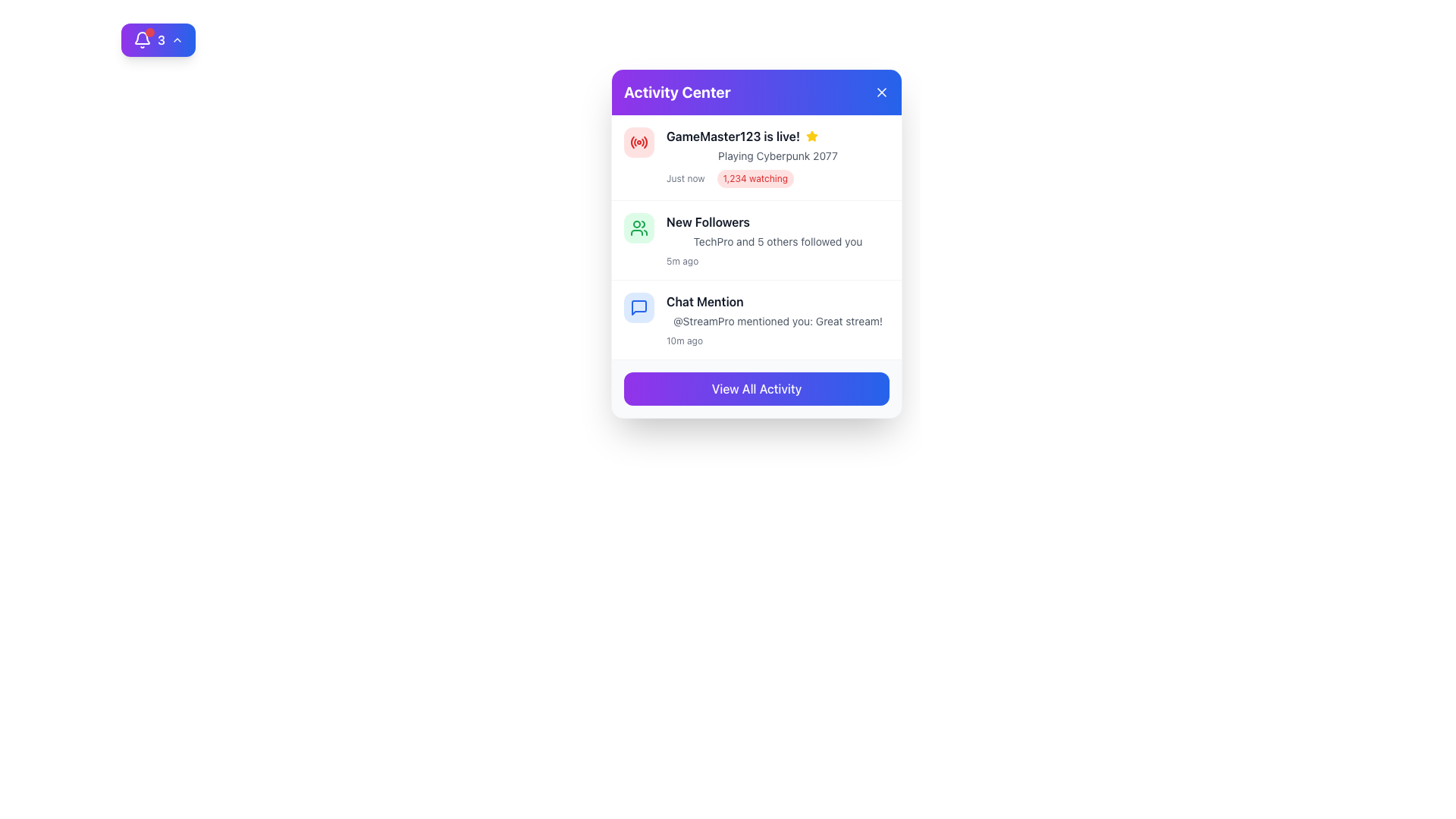 This screenshot has width=1456, height=819. Describe the element at coordinates (778, 136) in the screenshot. I see `the 'GameMaster123 is broadcasting live' notification text with icon located at the top of the 'Activity Center' section` at that location.